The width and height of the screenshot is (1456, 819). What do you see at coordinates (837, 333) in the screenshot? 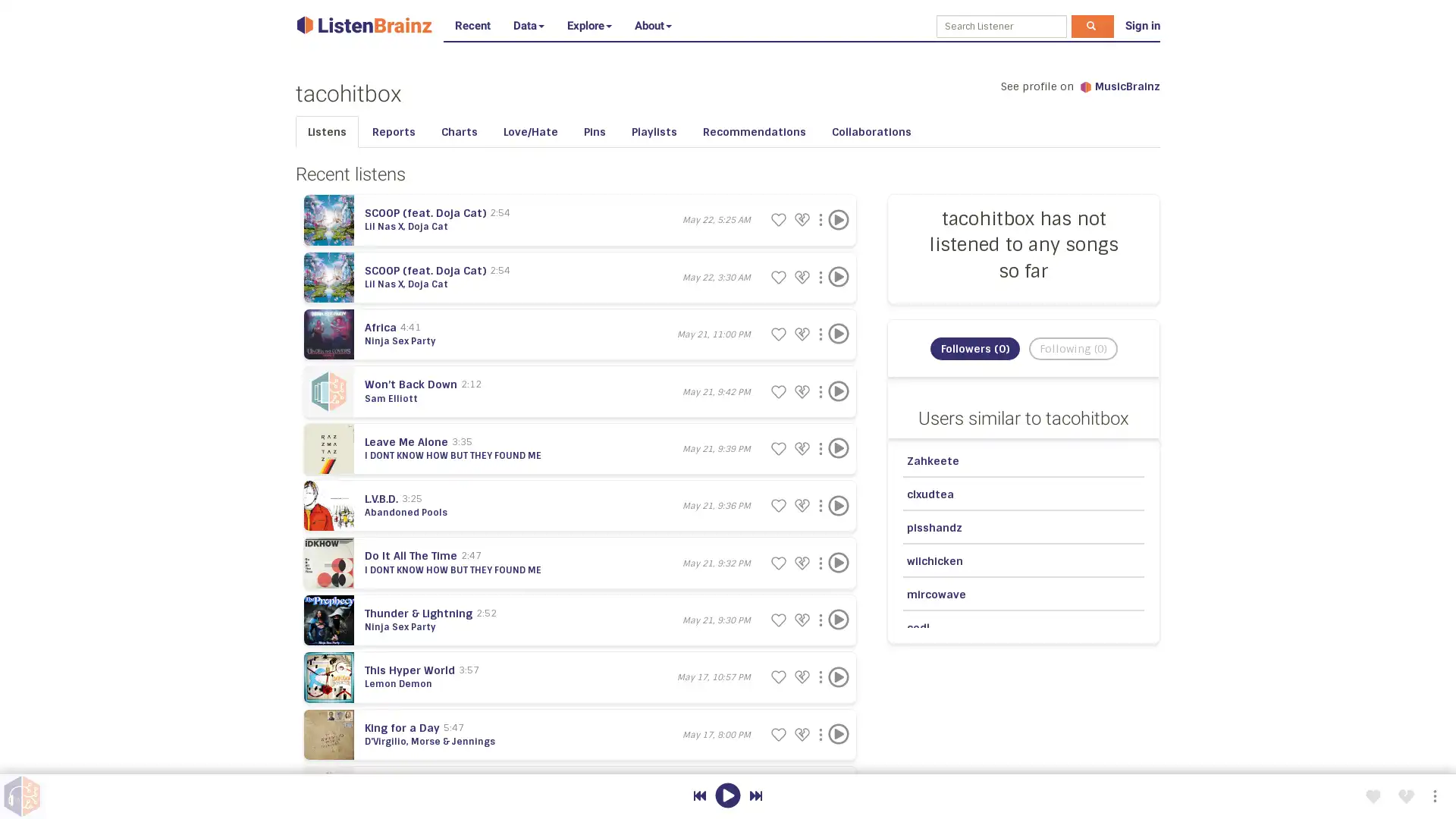
I see `Play` at bounding box center [837, 333].